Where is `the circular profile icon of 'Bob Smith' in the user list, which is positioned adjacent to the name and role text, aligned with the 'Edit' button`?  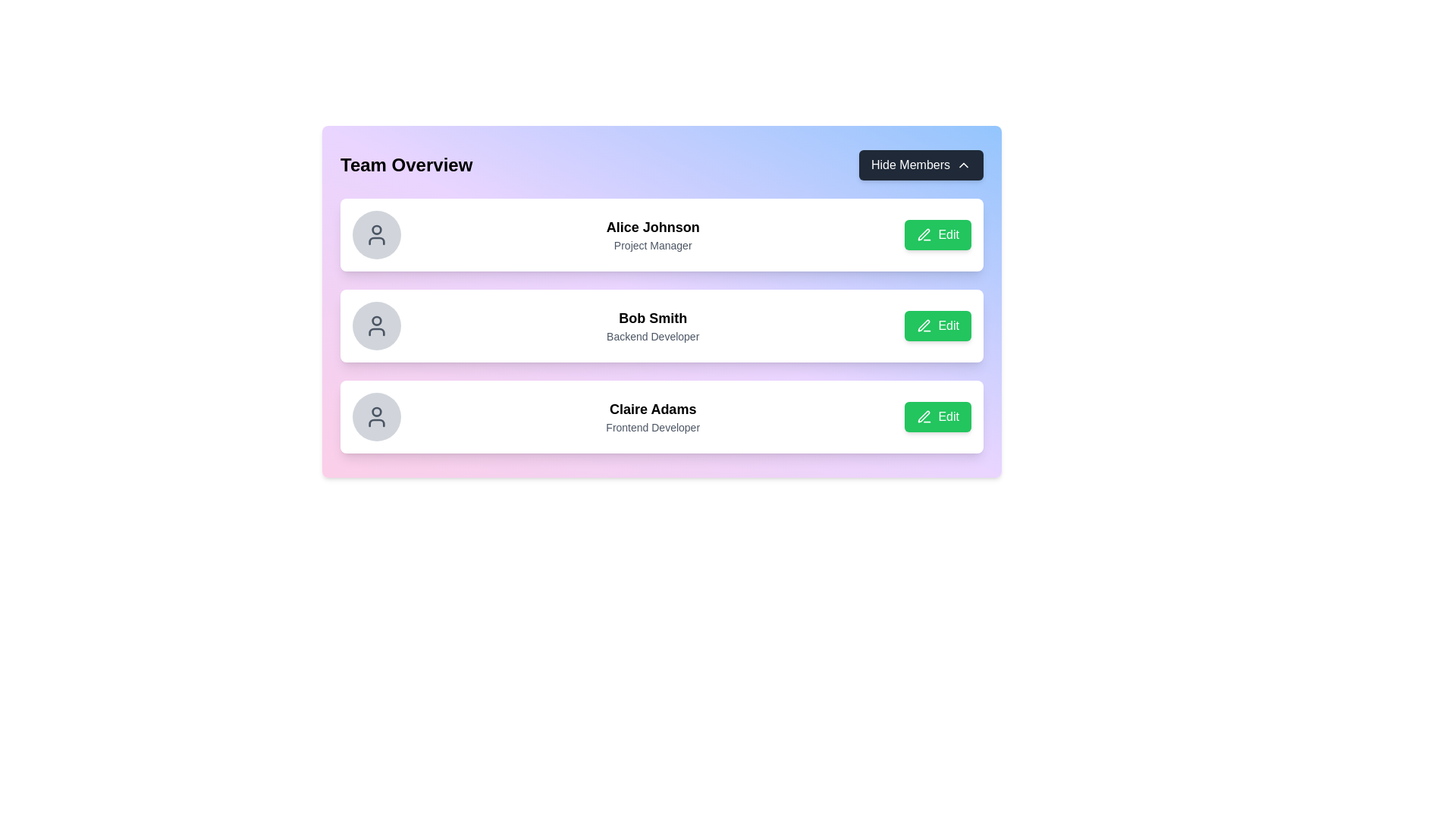
the circular profile icon of 'Bob Smith' in the user list, which is positioned adjacent to the name and role text, aligned with the 'Edit' button is located at coordinates (377, 320).